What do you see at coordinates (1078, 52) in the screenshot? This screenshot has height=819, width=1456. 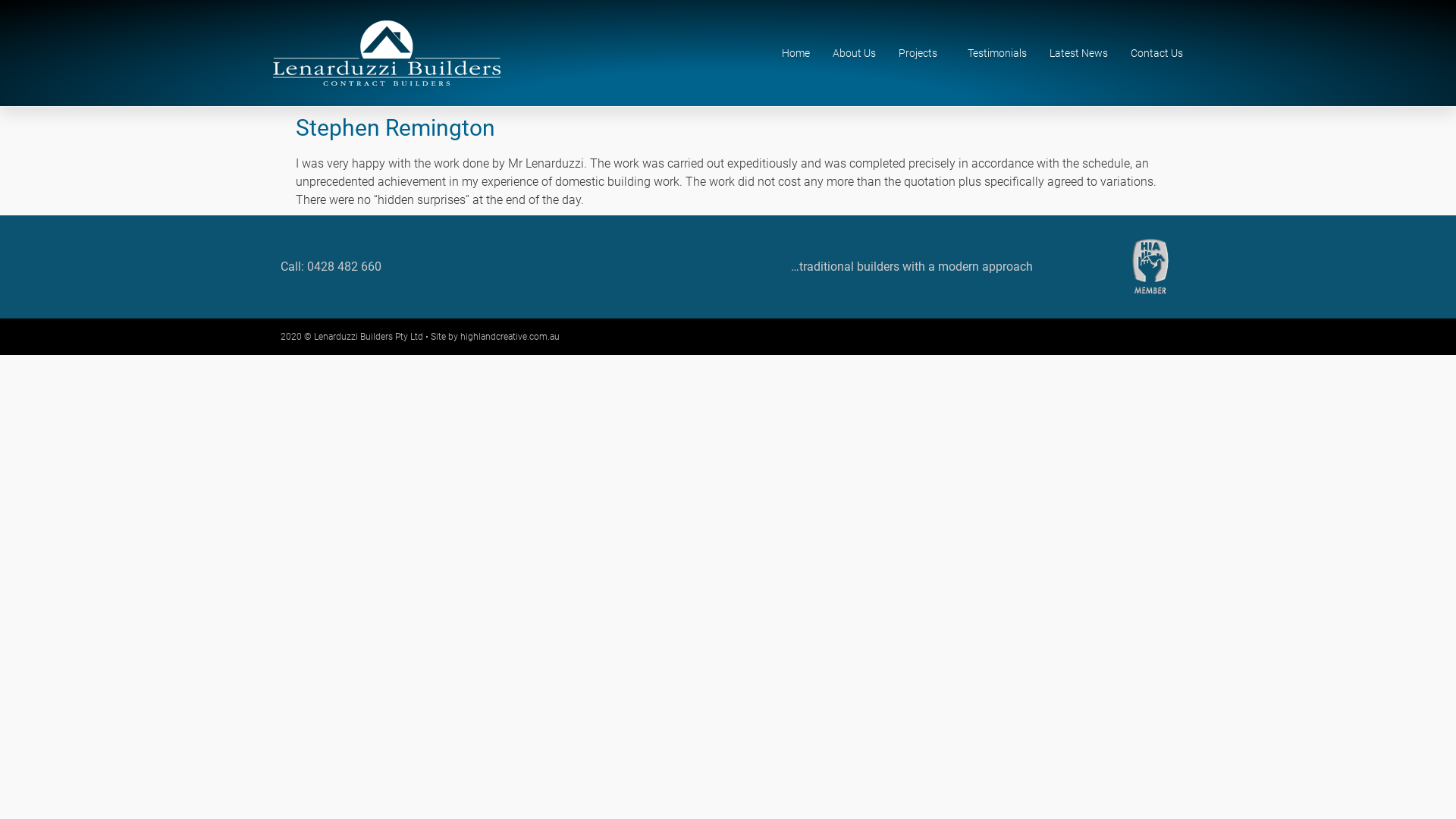 I see `'Latest News'` at bounding box center [1078, 52].